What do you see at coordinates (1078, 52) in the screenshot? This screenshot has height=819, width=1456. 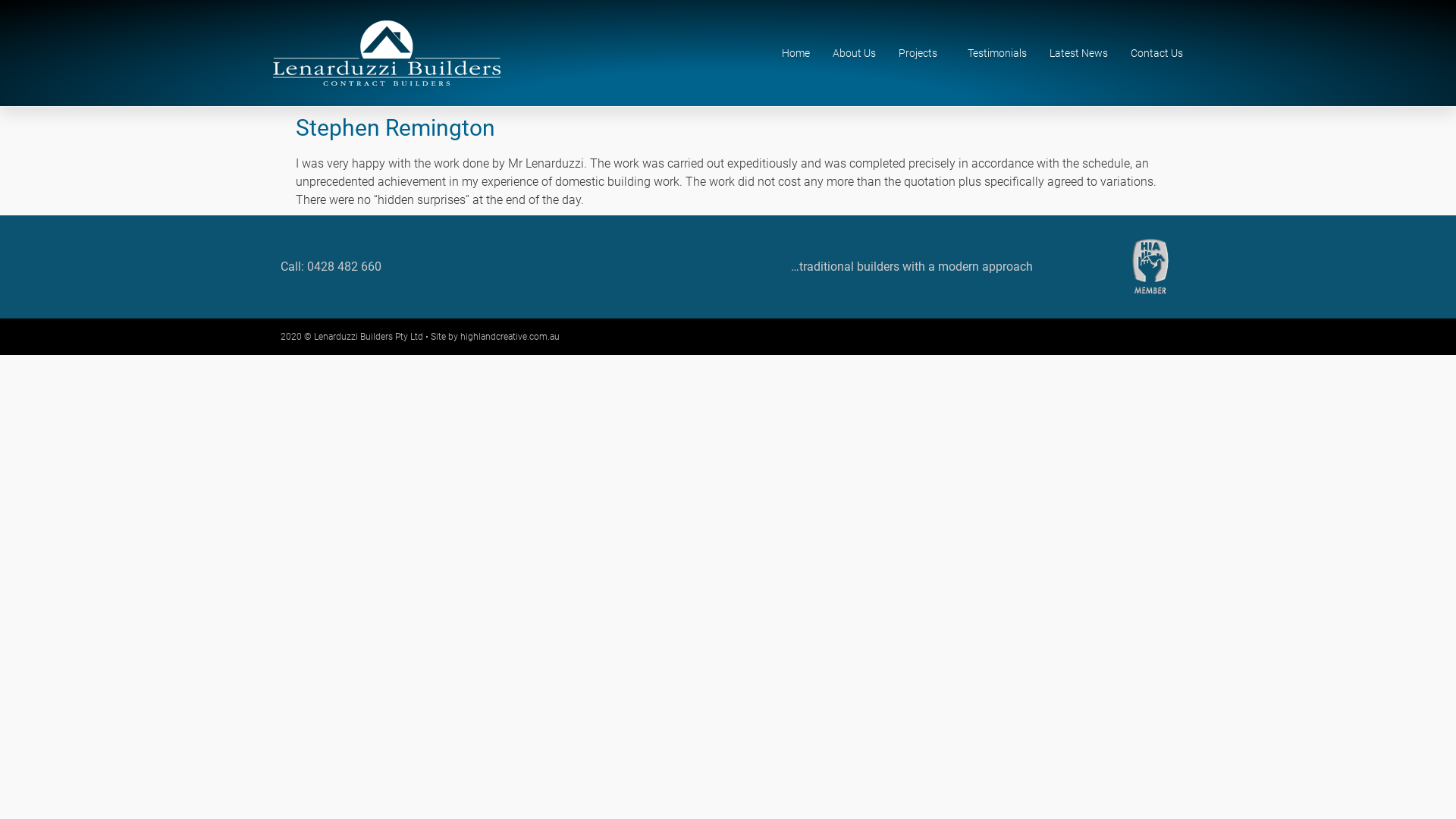 I see `'Latest News'` at bounding box center [1078, 52].